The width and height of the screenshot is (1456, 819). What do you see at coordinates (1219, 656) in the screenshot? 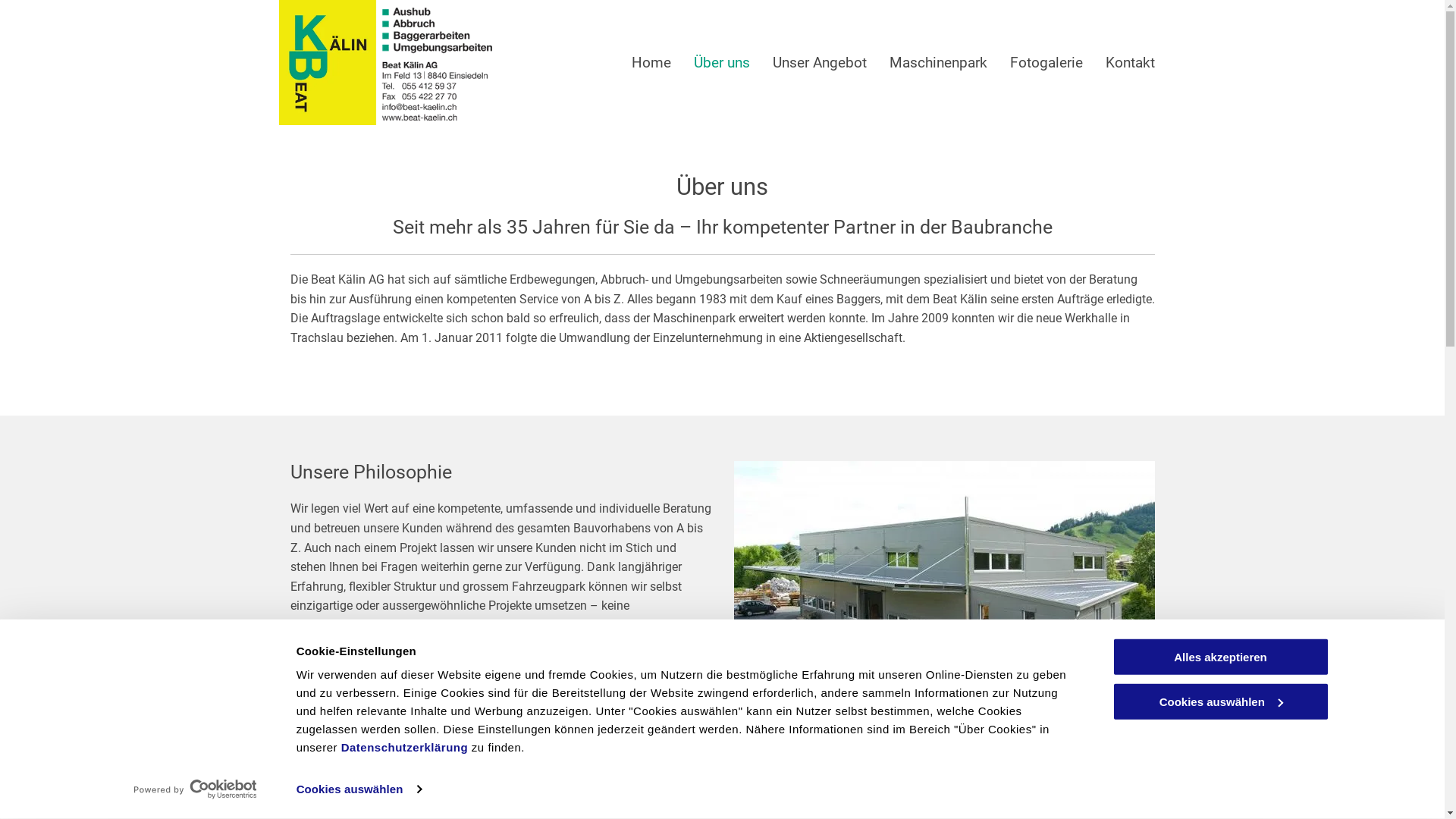
I see `'Alles akzeptieren'` at bounding box center [1219, 656].